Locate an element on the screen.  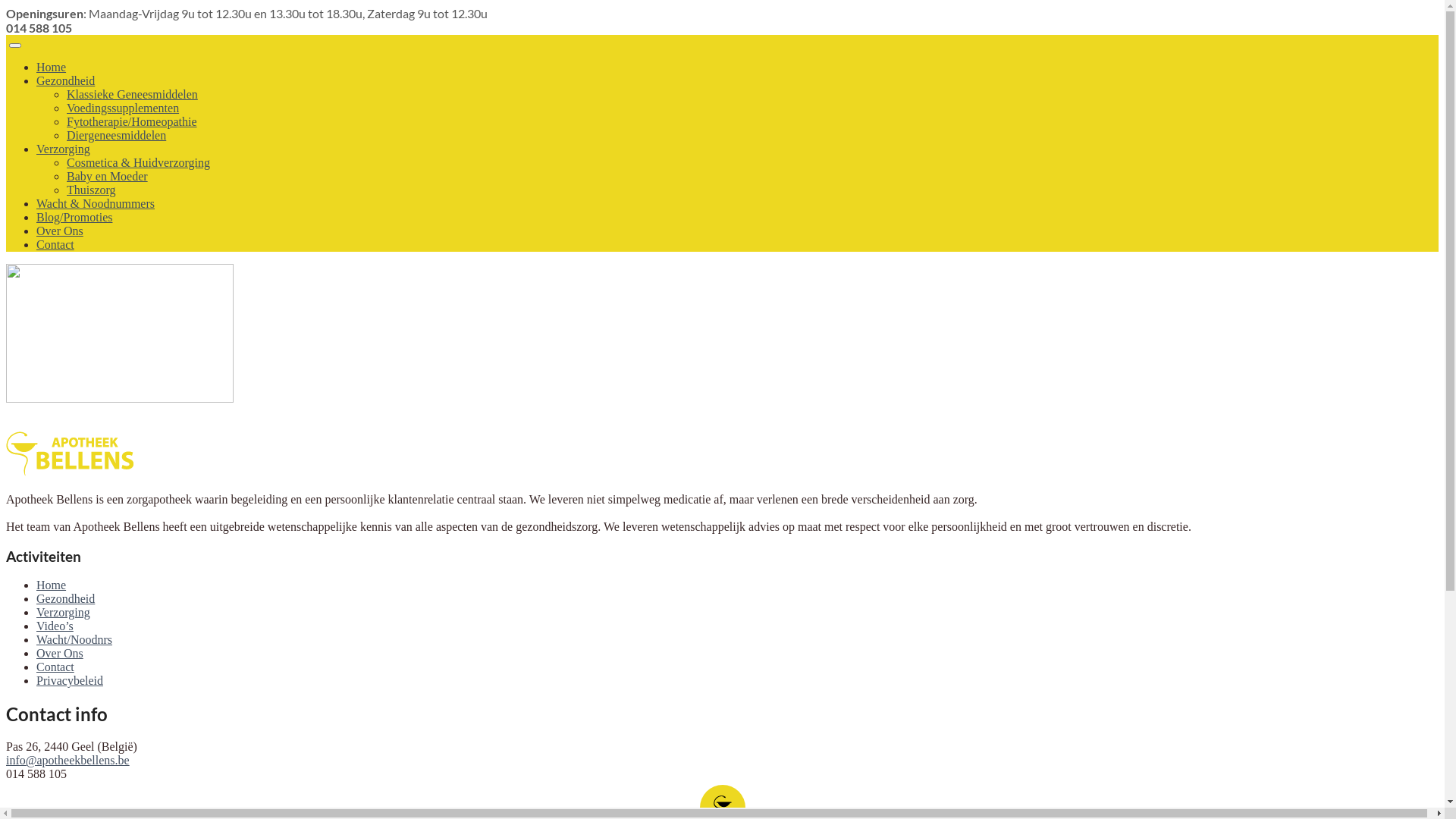
'Baby en Moeder' is located at coordinates (106, 175).